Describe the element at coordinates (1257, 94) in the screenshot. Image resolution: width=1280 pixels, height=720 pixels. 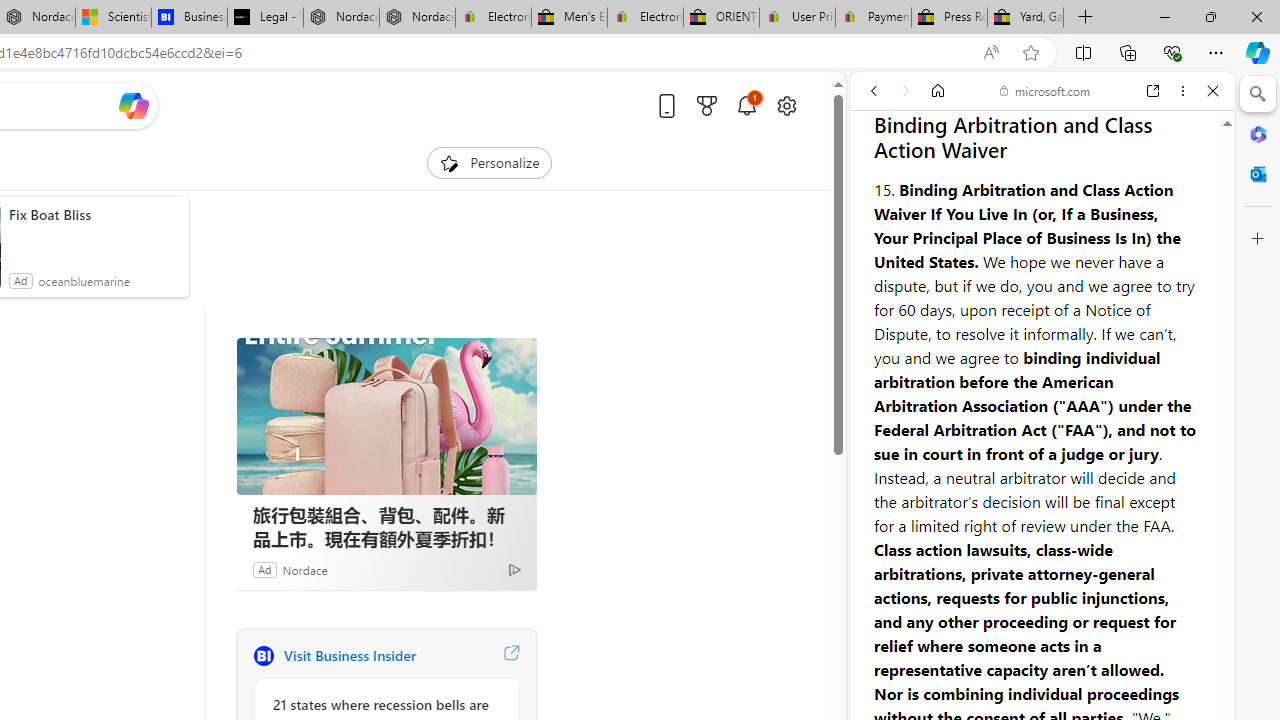
I see `'Minimize Search pane'` at that location.